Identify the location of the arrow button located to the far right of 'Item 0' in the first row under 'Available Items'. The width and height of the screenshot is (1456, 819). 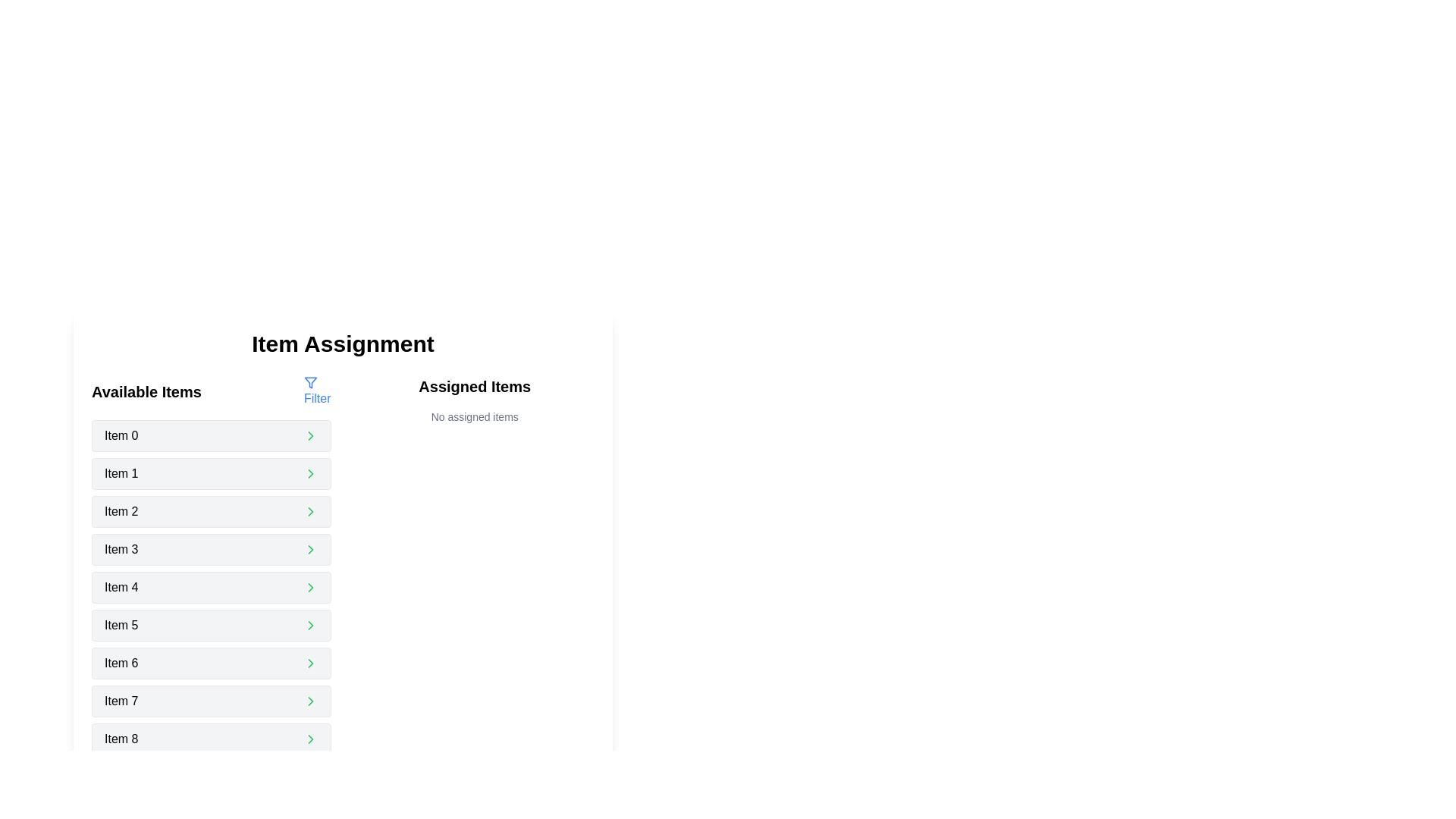
(309, 435).